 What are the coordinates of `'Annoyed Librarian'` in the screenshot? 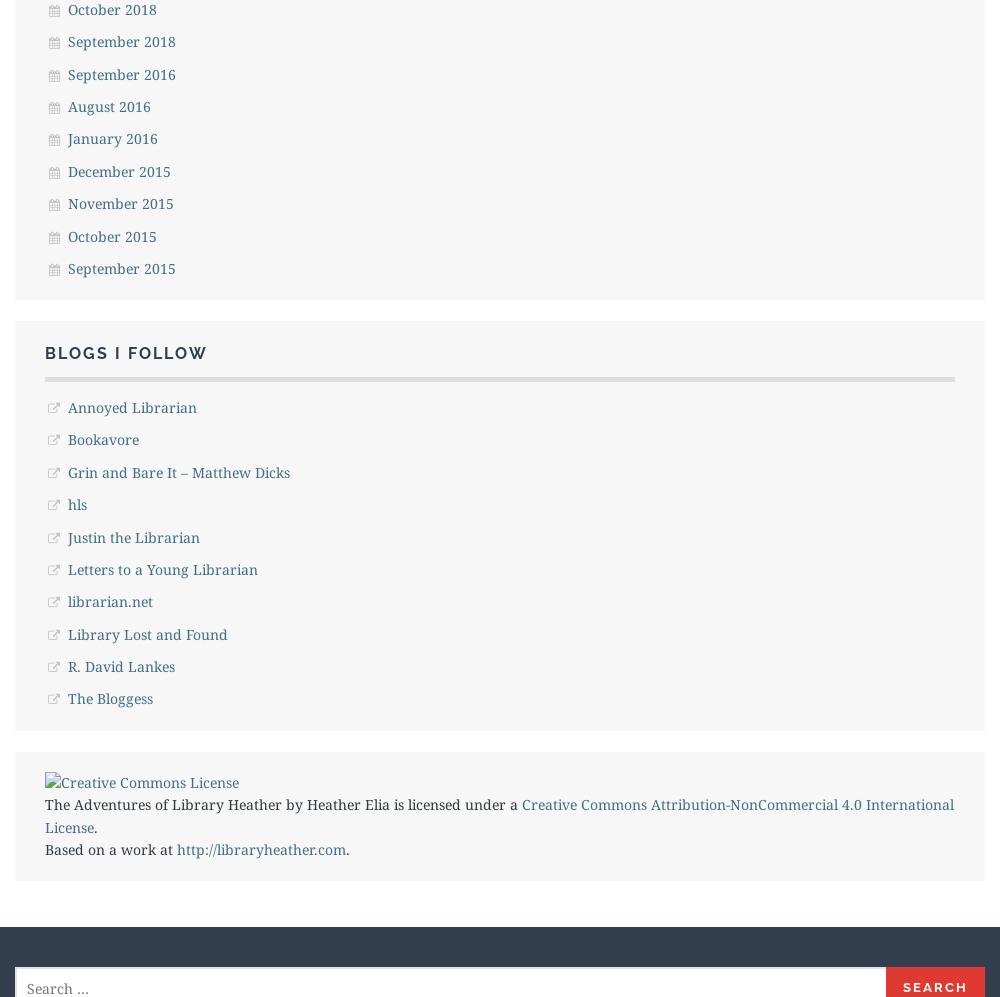 It's located at (132, 406).